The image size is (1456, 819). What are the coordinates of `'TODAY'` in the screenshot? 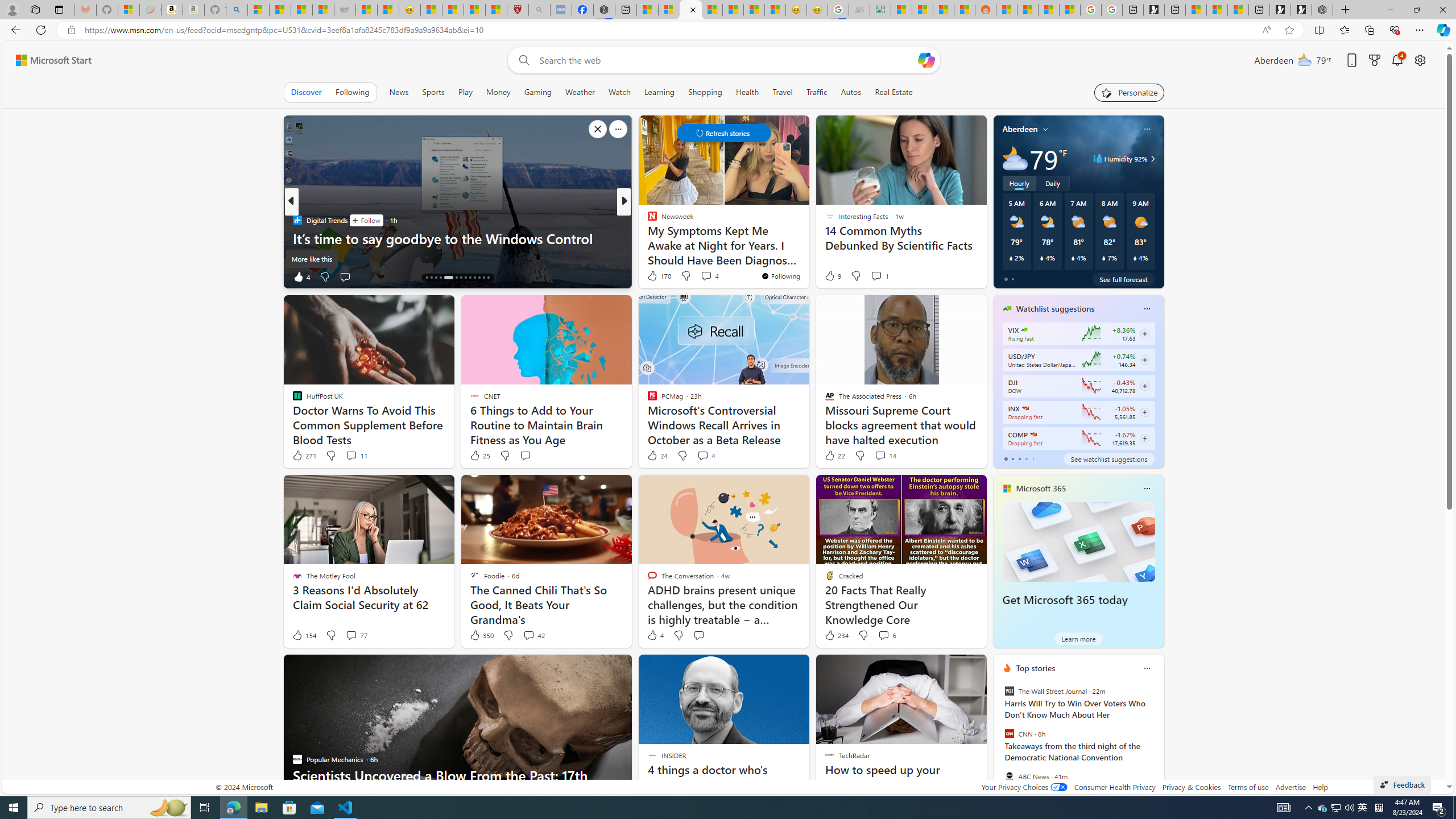 It's located at (647, 220).